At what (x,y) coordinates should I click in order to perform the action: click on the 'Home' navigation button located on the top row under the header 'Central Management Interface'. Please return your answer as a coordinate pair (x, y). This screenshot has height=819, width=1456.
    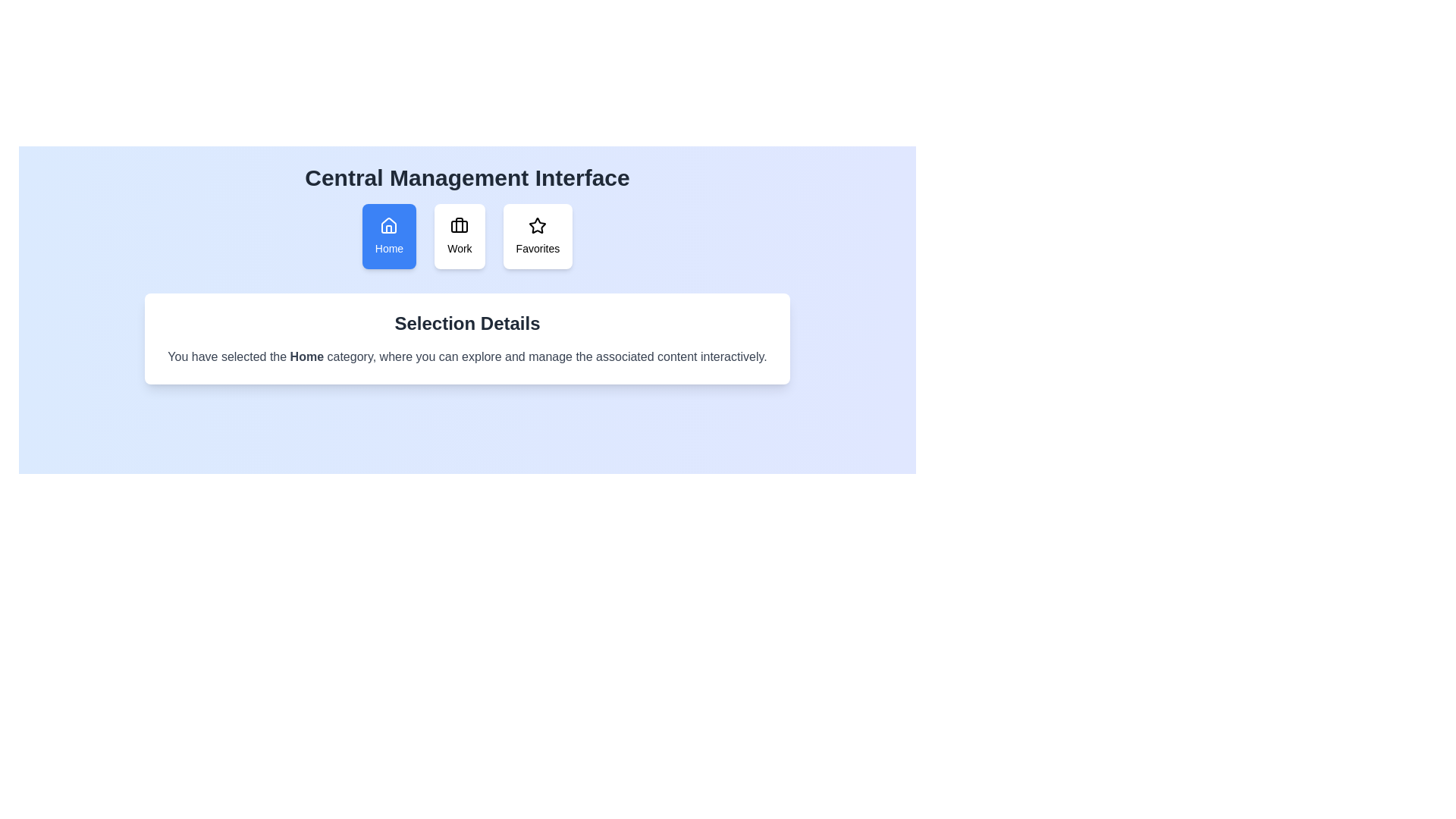
    Looking at the image, I should click on (389, 237).